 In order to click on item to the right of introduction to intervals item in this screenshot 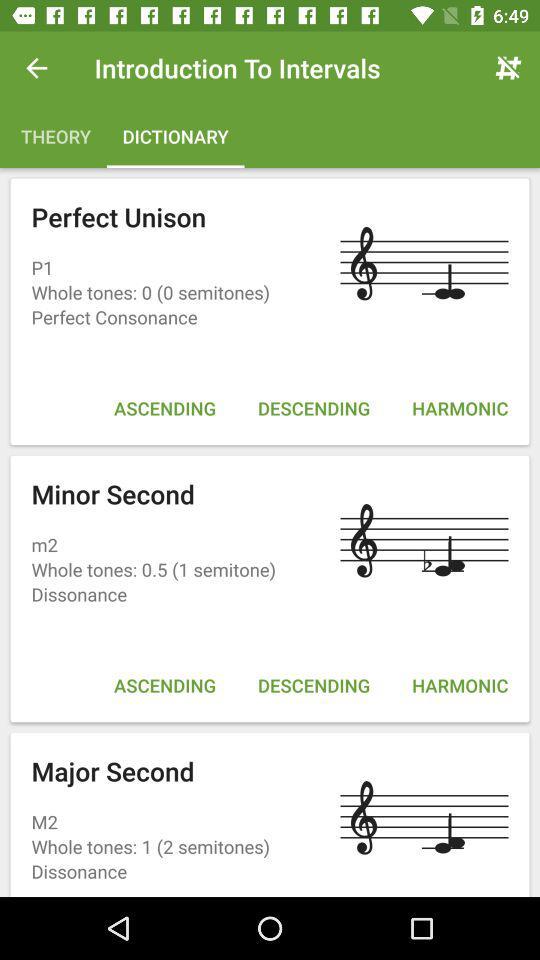, I will do `click(508, 68)`.